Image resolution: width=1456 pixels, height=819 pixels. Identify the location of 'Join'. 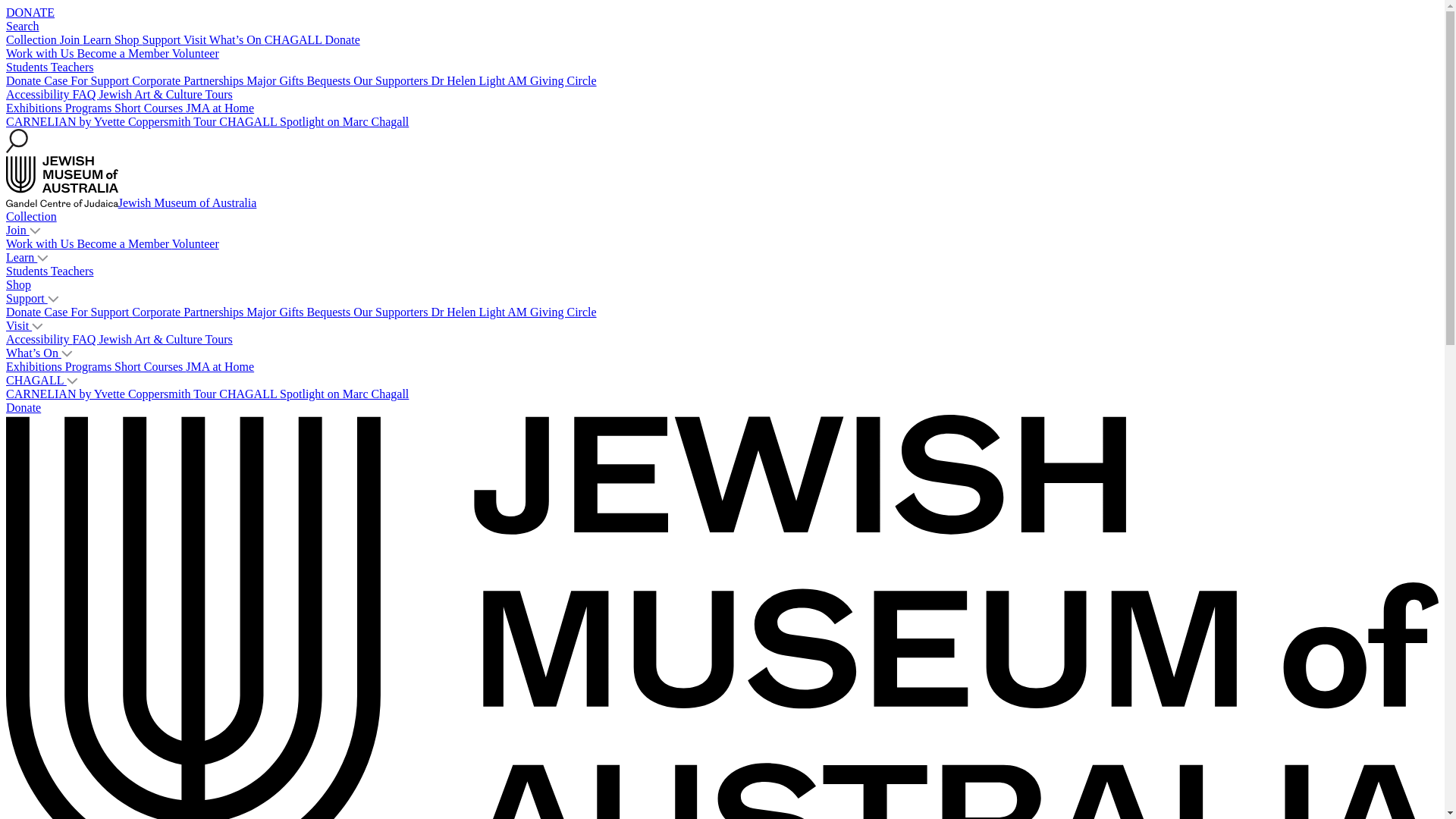
(17, 230).